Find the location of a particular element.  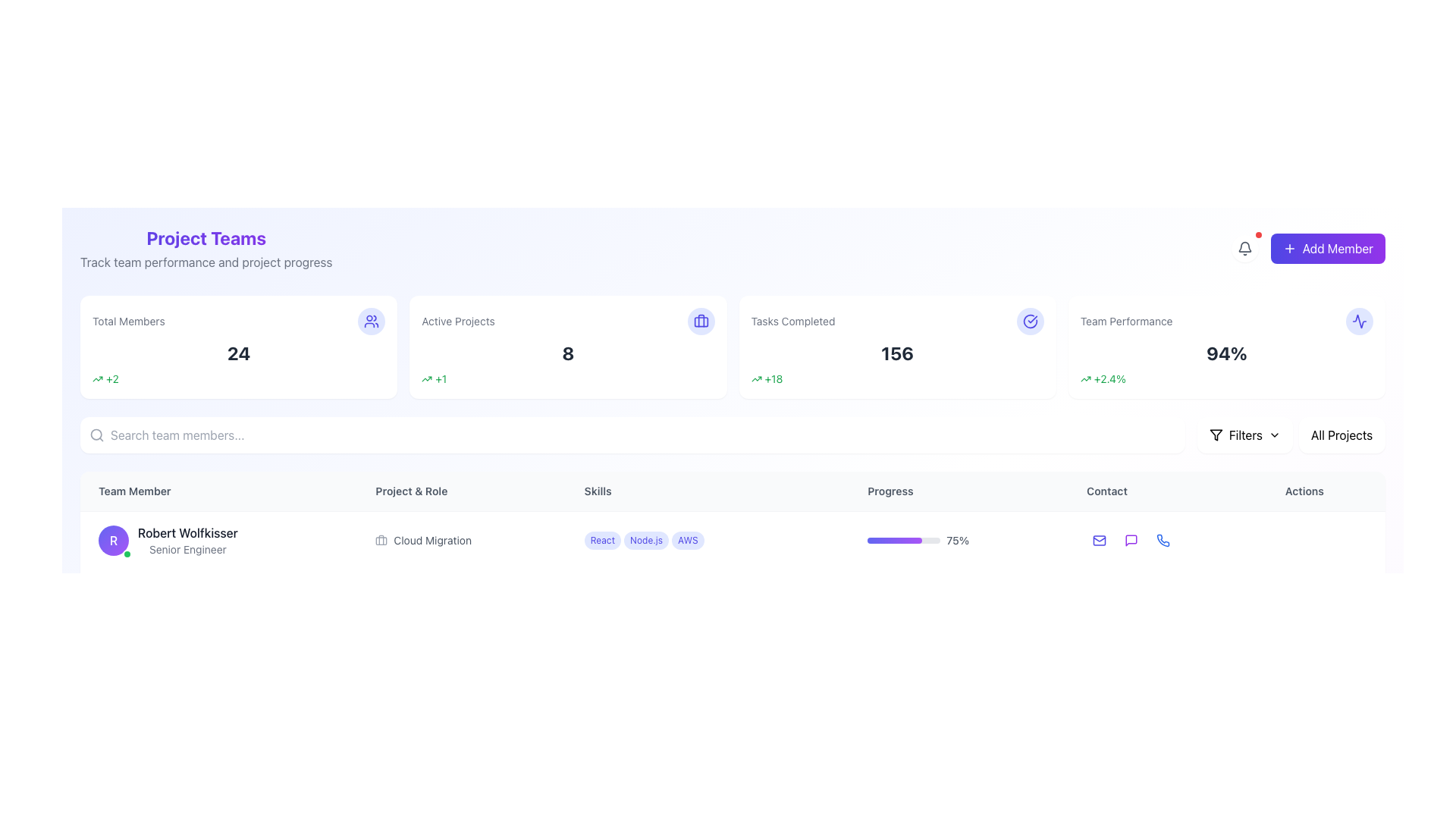

the icon representing projects or tasks located in the top-left region of the 'Active Projects' card in the top dashboard area is located at coordinates (700, 321).